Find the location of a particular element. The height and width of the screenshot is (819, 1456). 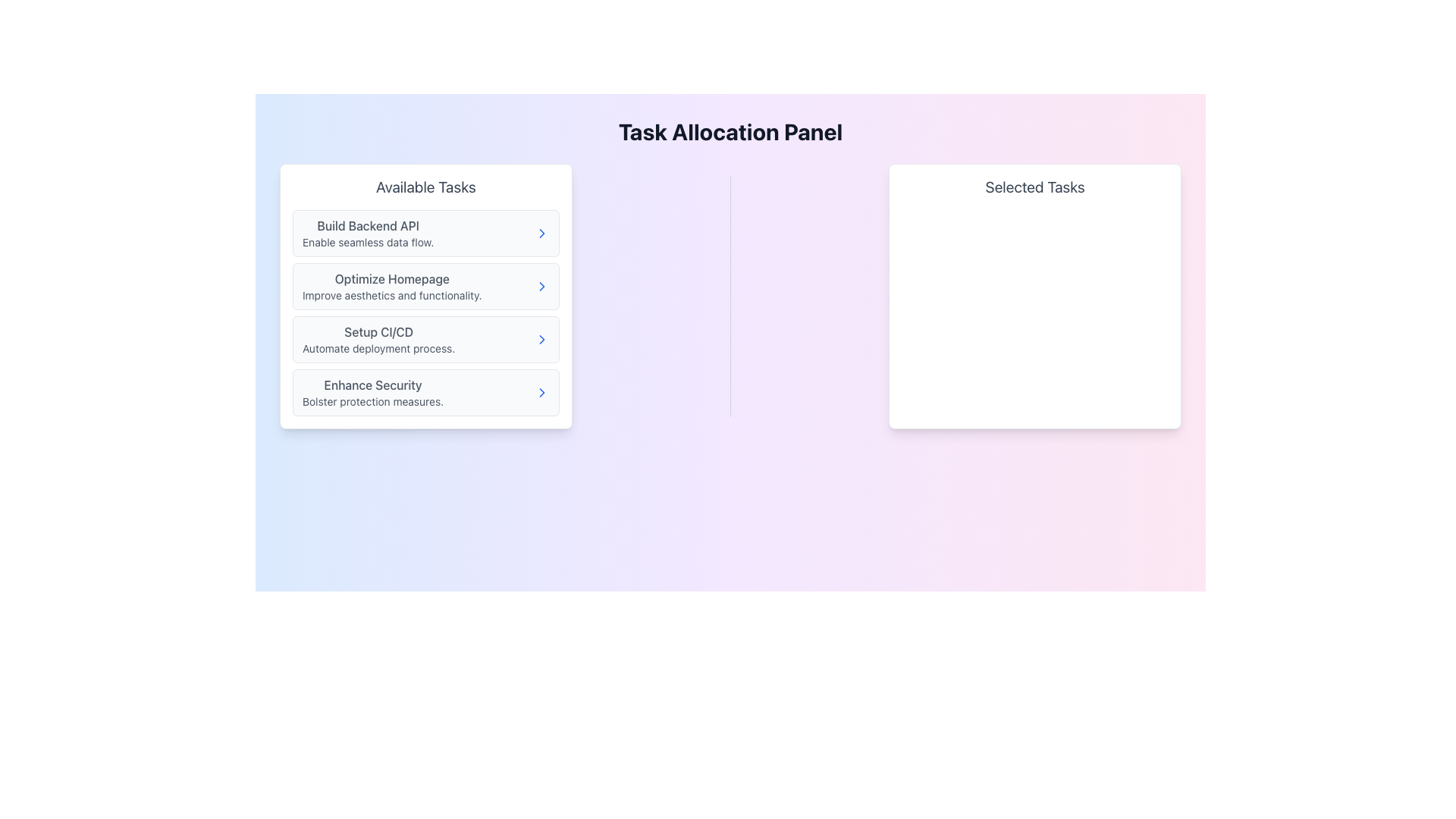

the rightward chevron icon located at the far right of the 'Optimize Homepage' list item in the 'Available Tasks' section is located at coordinates (541, 287).